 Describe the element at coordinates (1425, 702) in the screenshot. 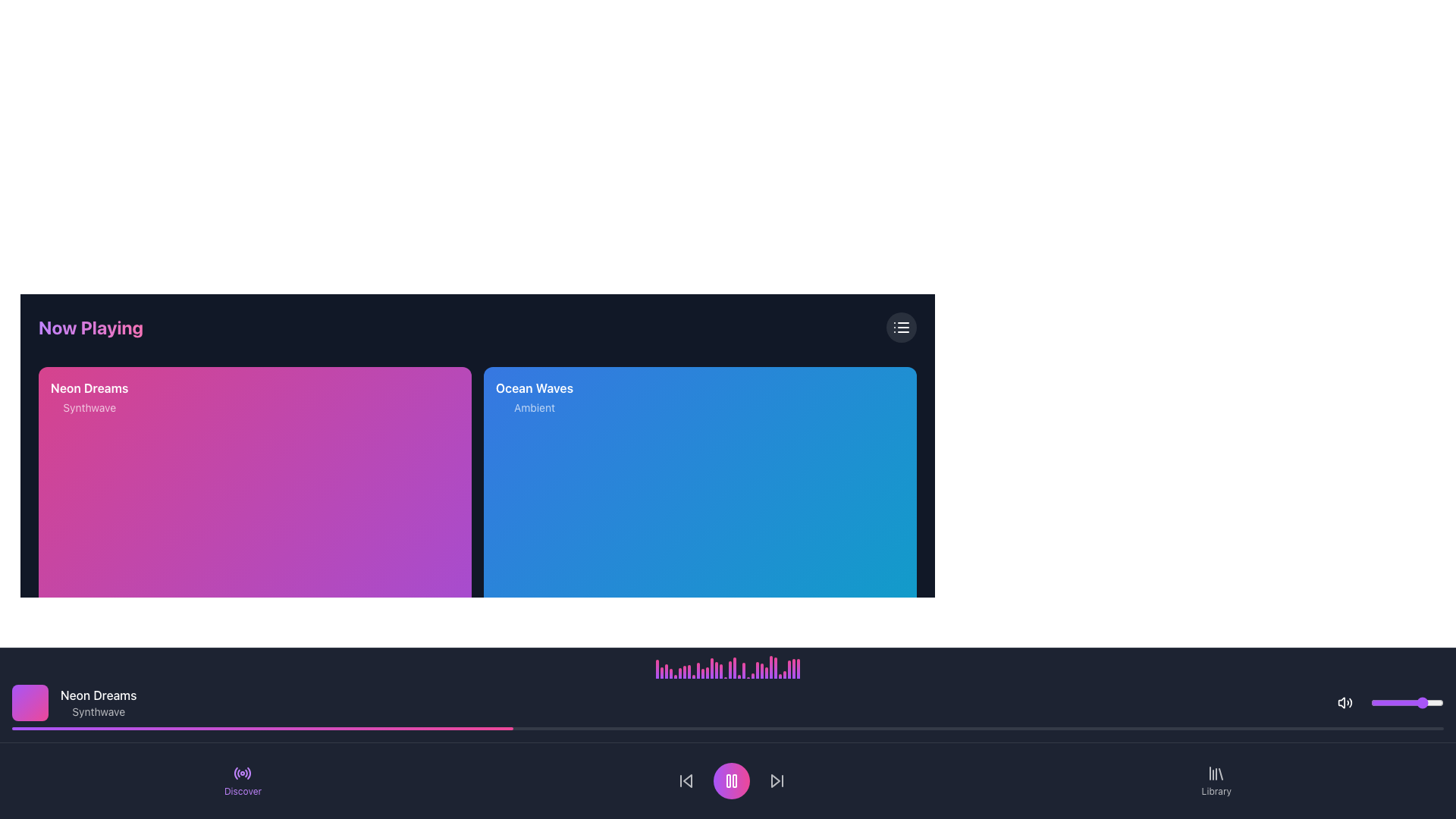

I see `the volume` at that location.